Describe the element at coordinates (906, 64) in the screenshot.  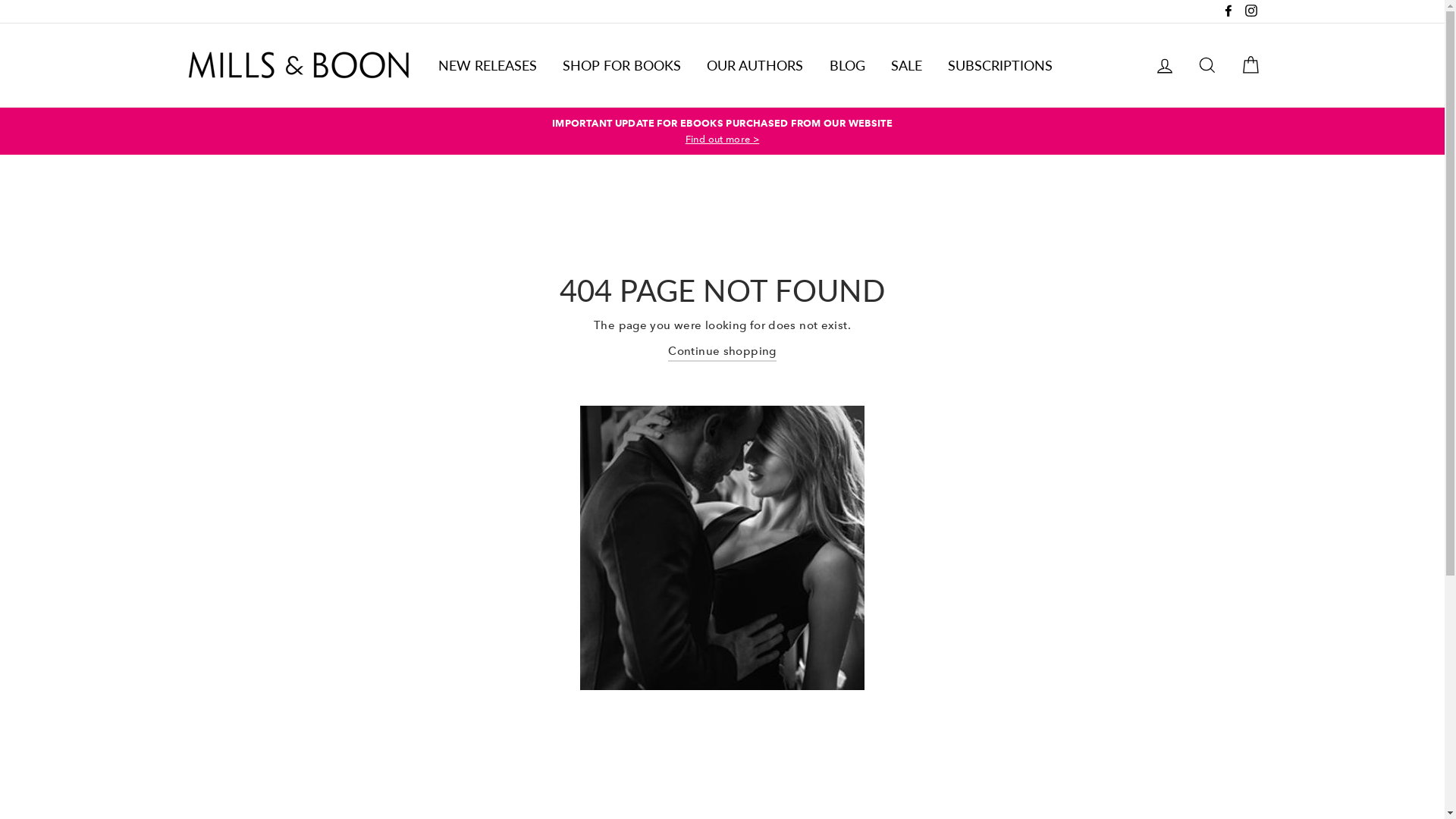
I see `'SALE'` at that location.